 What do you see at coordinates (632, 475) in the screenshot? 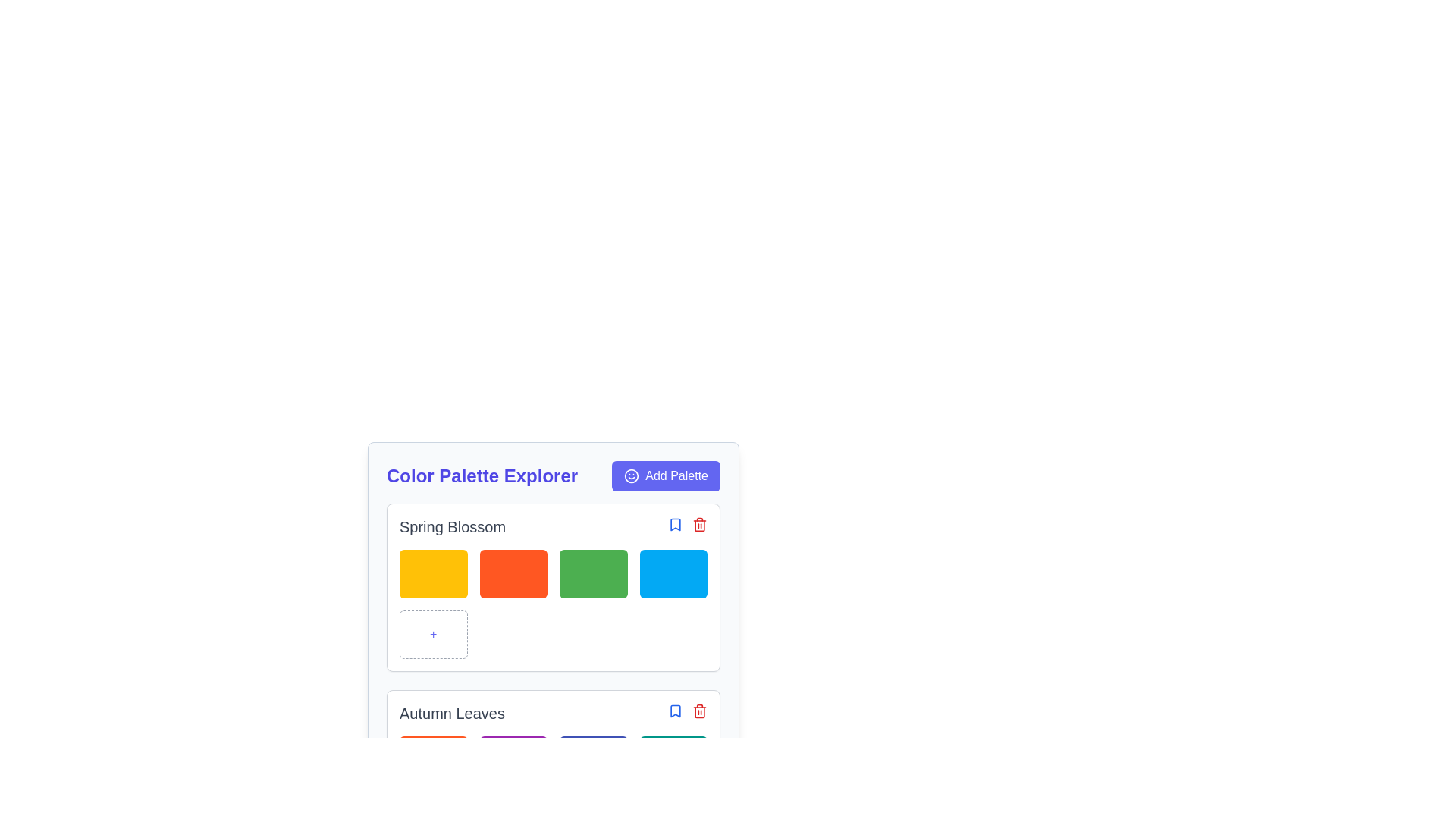
I see `the decorative icon resembling a smiley face located near the top-right corner of the main interface section` at bounding box center [632, 475].